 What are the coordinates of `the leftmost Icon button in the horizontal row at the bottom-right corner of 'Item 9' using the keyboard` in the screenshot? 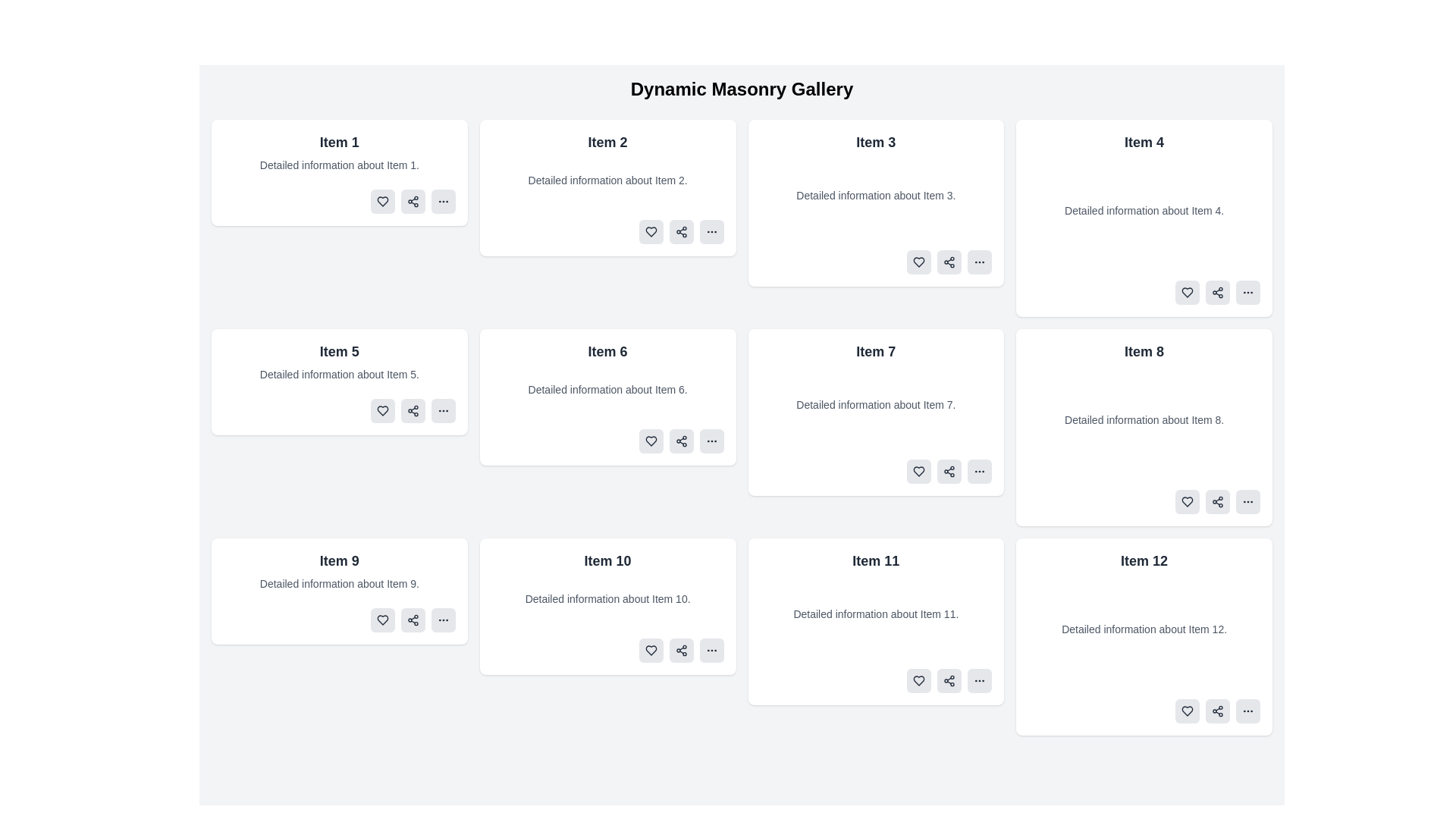 It's located at (382, 620).